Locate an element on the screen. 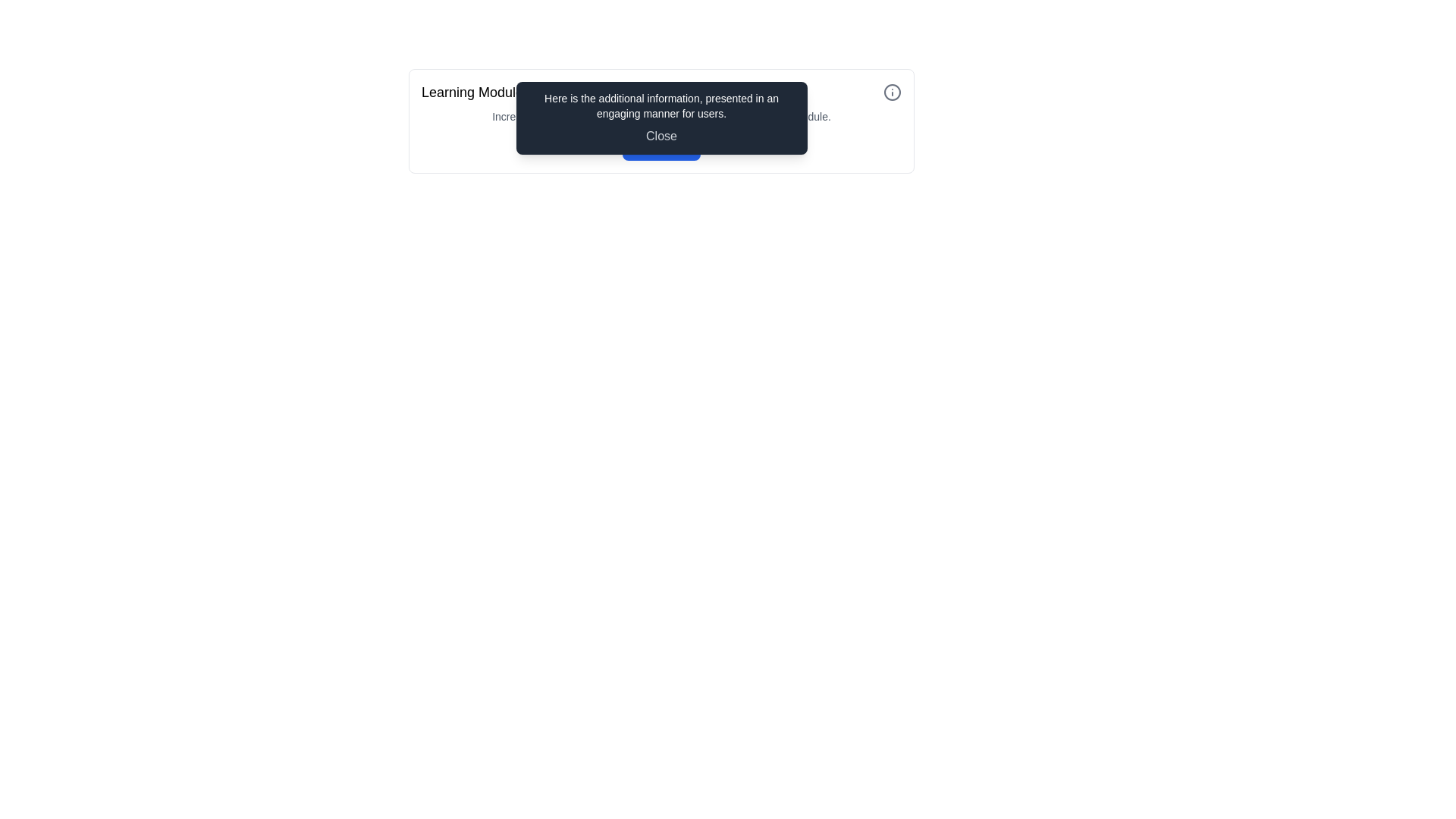  the 'Close' link on the Informative modal dialog is located at coordinates (661, 120).